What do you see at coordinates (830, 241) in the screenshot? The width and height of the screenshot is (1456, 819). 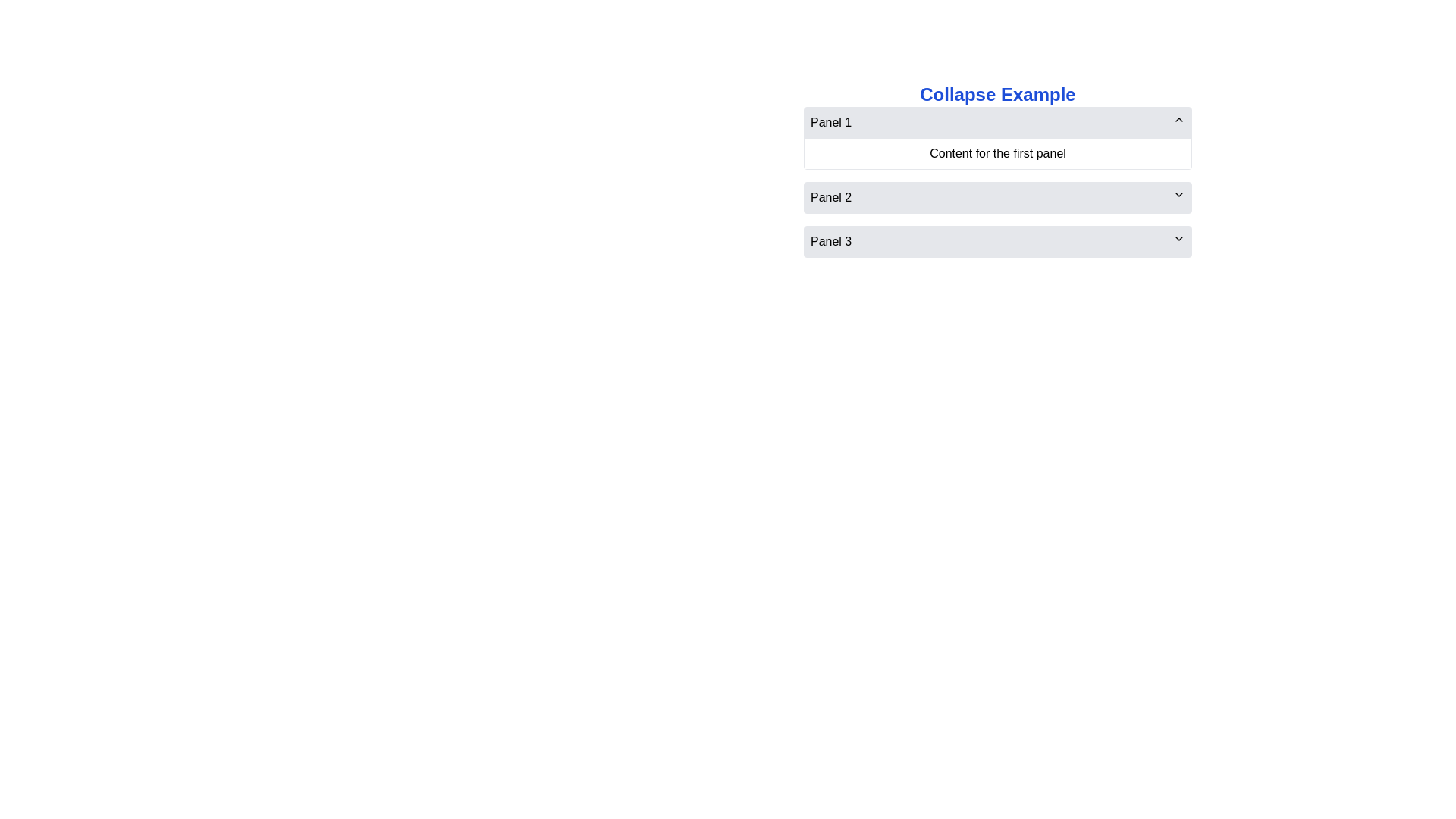 I see `the text label of the third collapsible panel, which is part of the interactive header for toggling the panel's visibility` at bounding box center [830, 241].